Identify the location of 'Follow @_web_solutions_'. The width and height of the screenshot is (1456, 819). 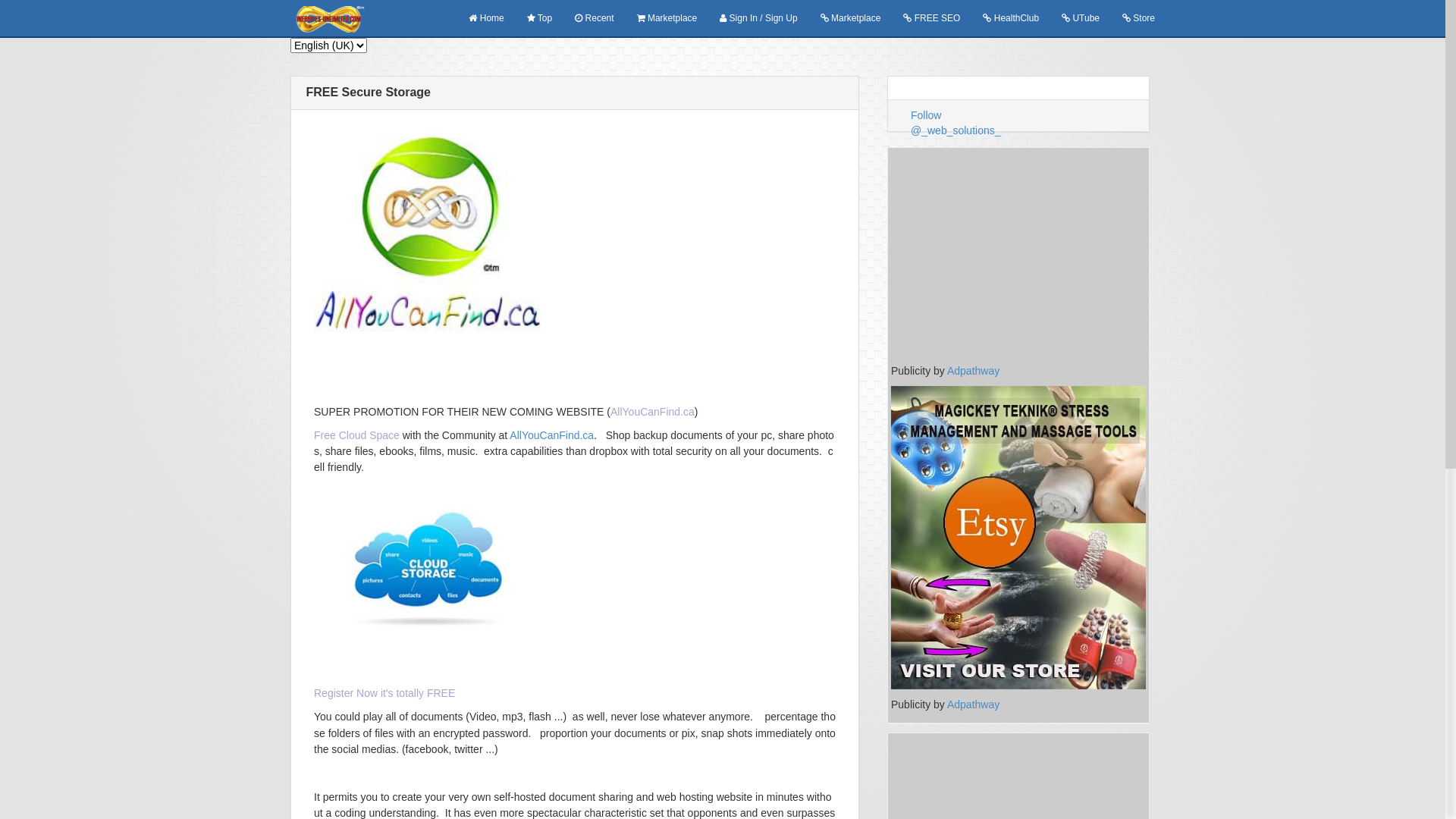
(955, 122).